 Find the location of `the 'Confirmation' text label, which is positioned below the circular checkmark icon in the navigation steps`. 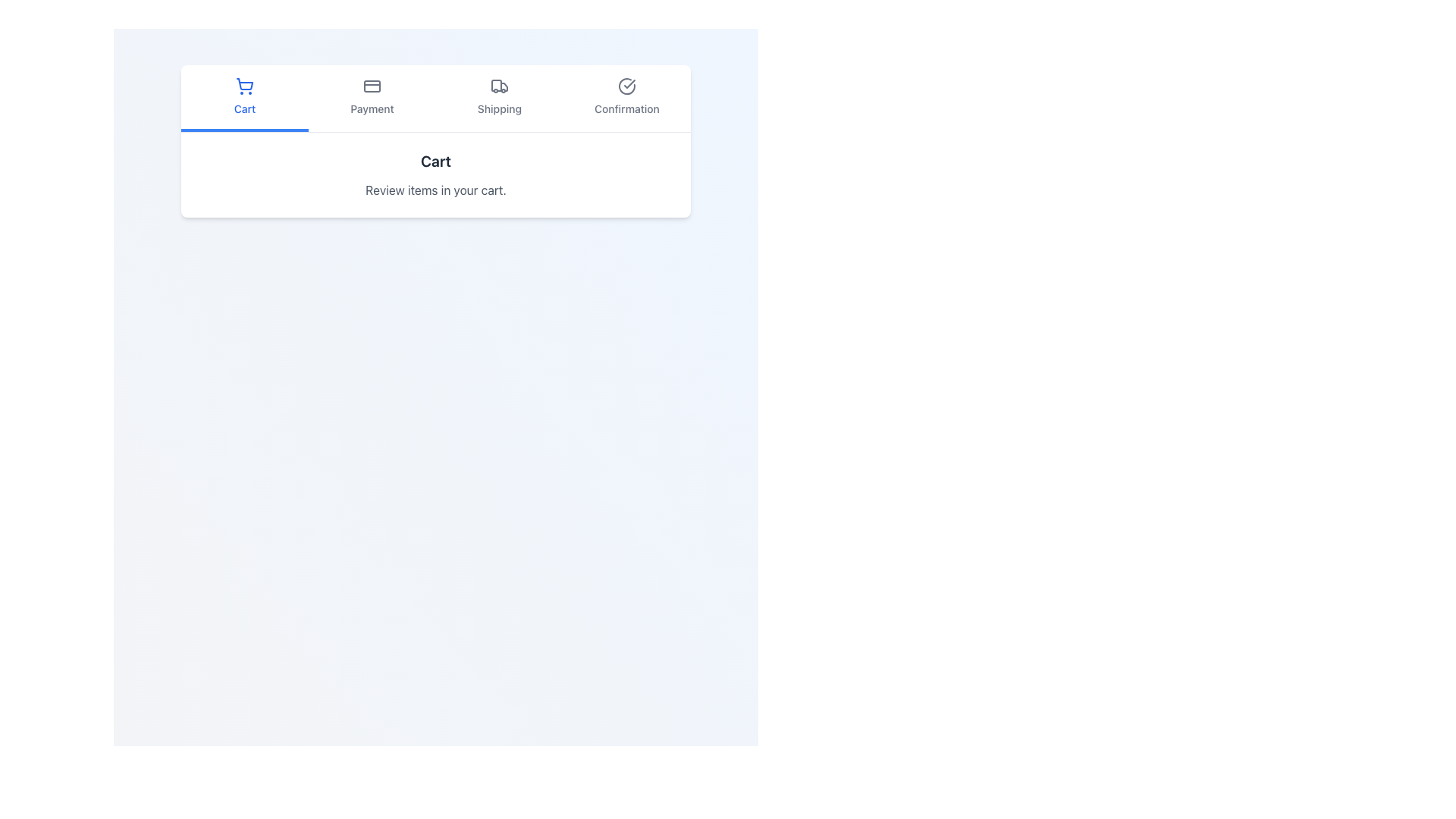

the 'Confirmation' text label, which is positioned below the circular checkmark icon in the navigation steps is located at coordinates (626, 108).